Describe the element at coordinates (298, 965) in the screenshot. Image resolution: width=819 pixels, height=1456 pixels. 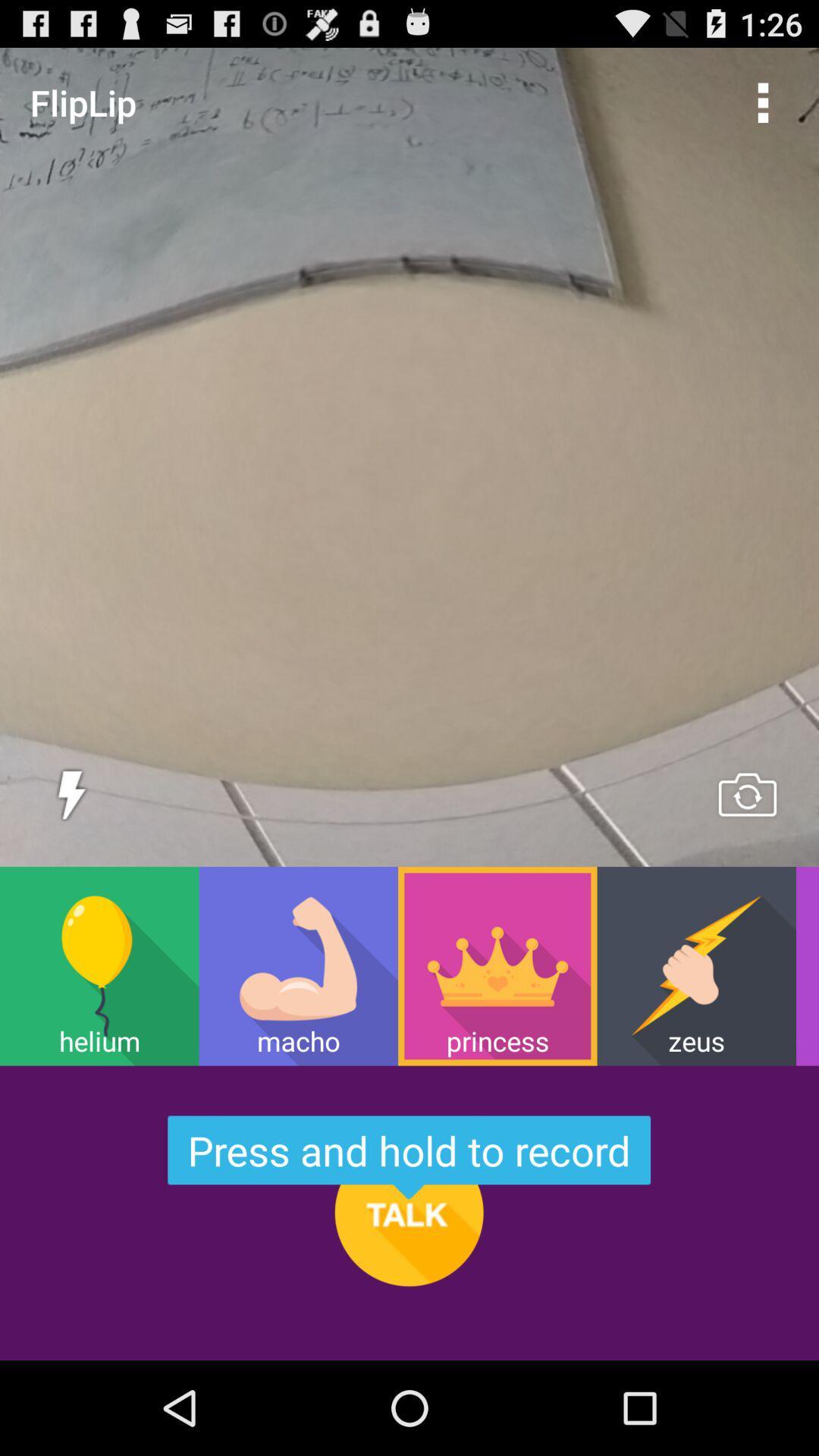
I see `icon next to helium` at that location.